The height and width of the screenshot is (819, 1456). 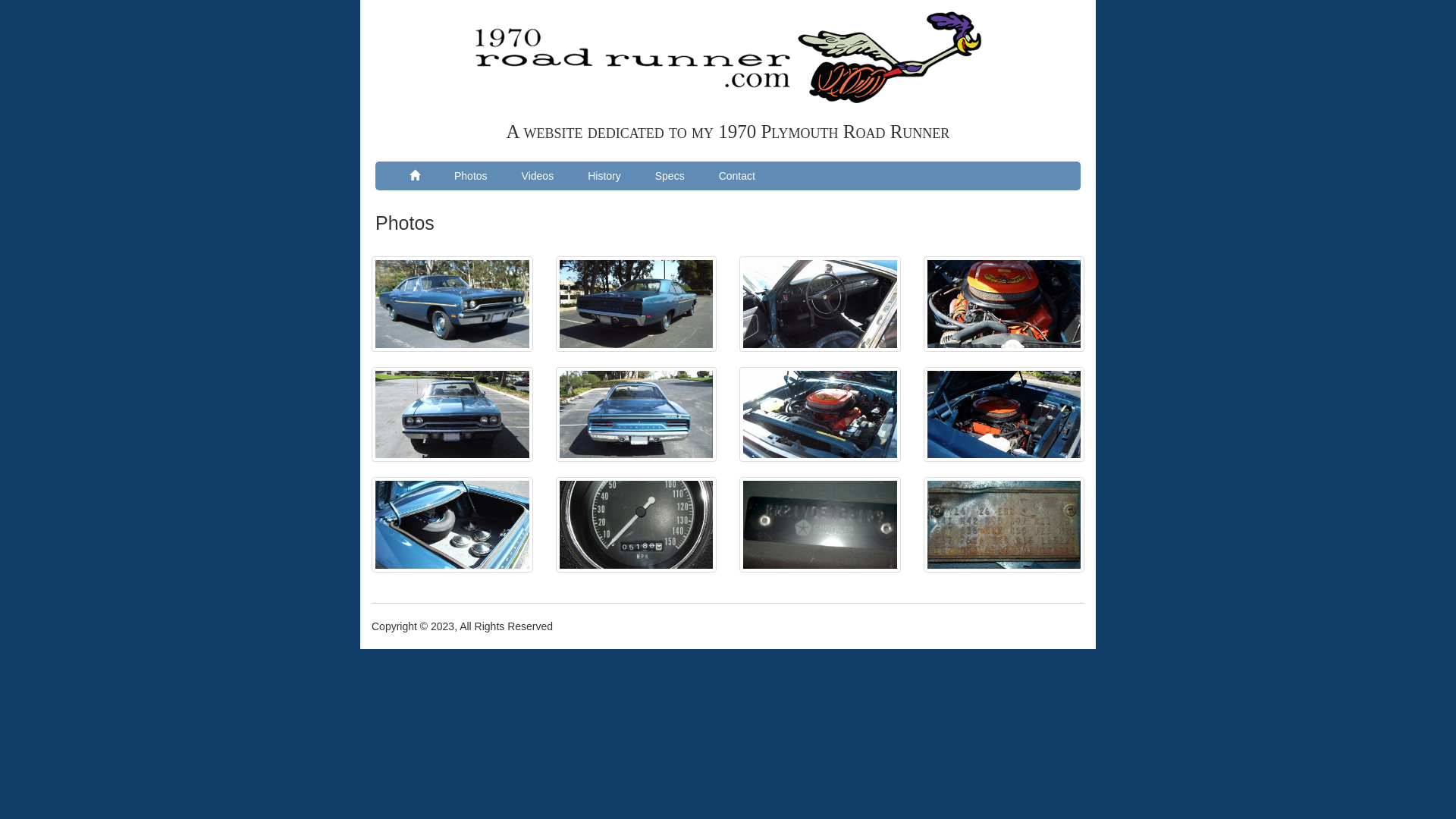 What do you see at coordinates (603, 174) in the screenshot?
I see `'History'` at bounding box center [603, 174].